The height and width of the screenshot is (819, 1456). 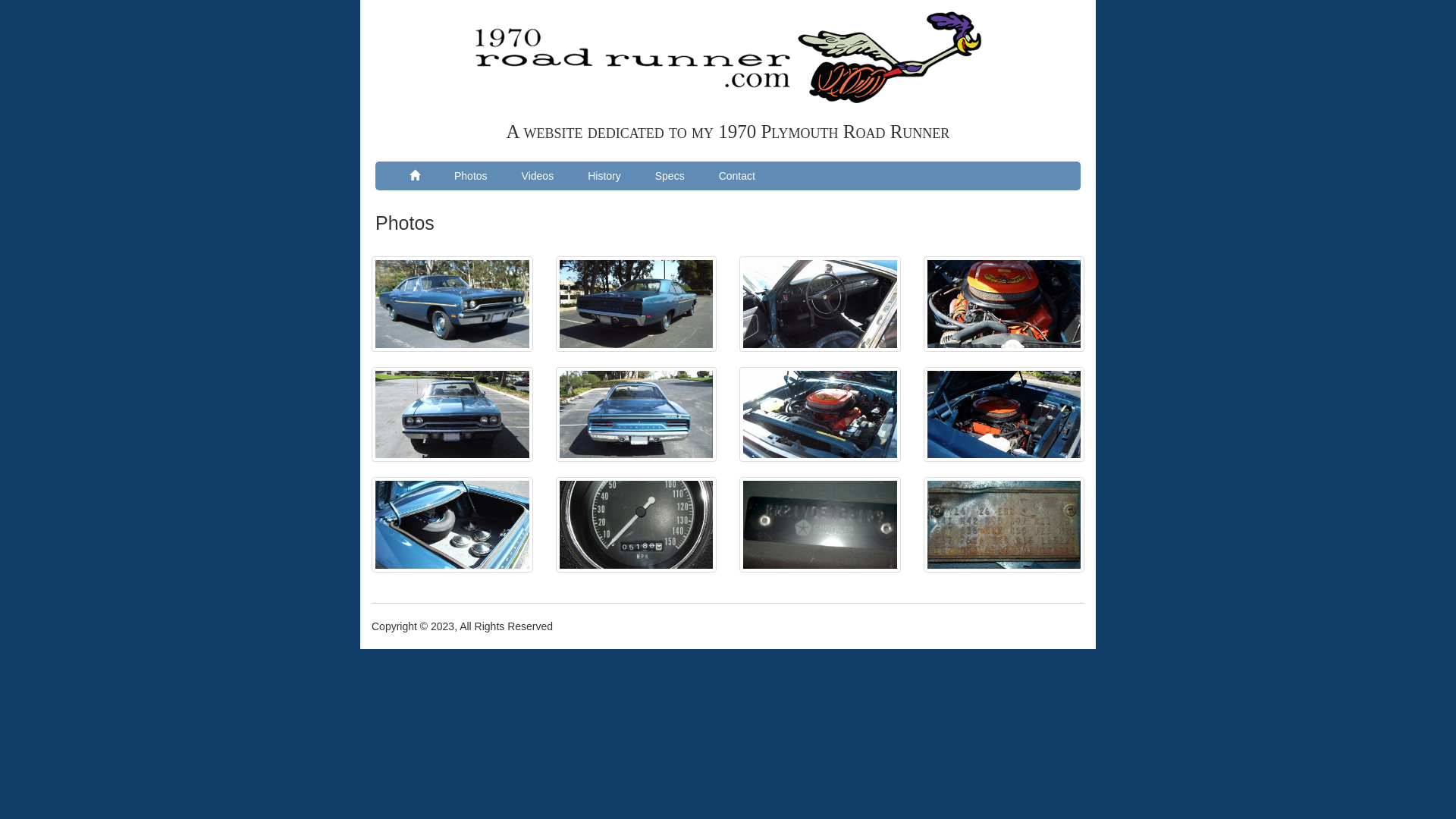 What do you see at coordinates (603, 174) in the screenshot?
I see `'History'` at bounding box center [603, 174].